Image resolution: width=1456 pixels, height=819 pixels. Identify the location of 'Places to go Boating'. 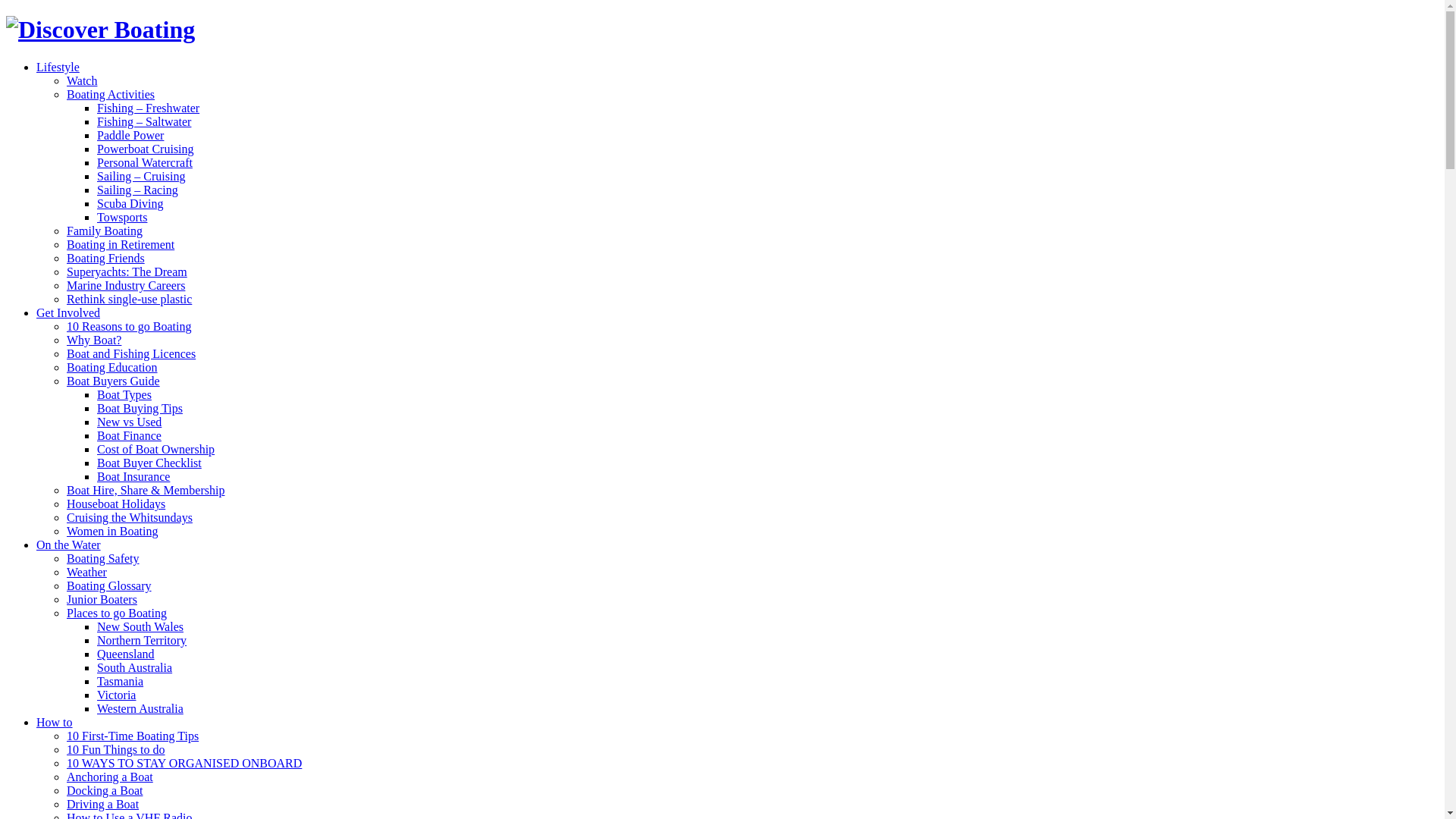
(115, 612).